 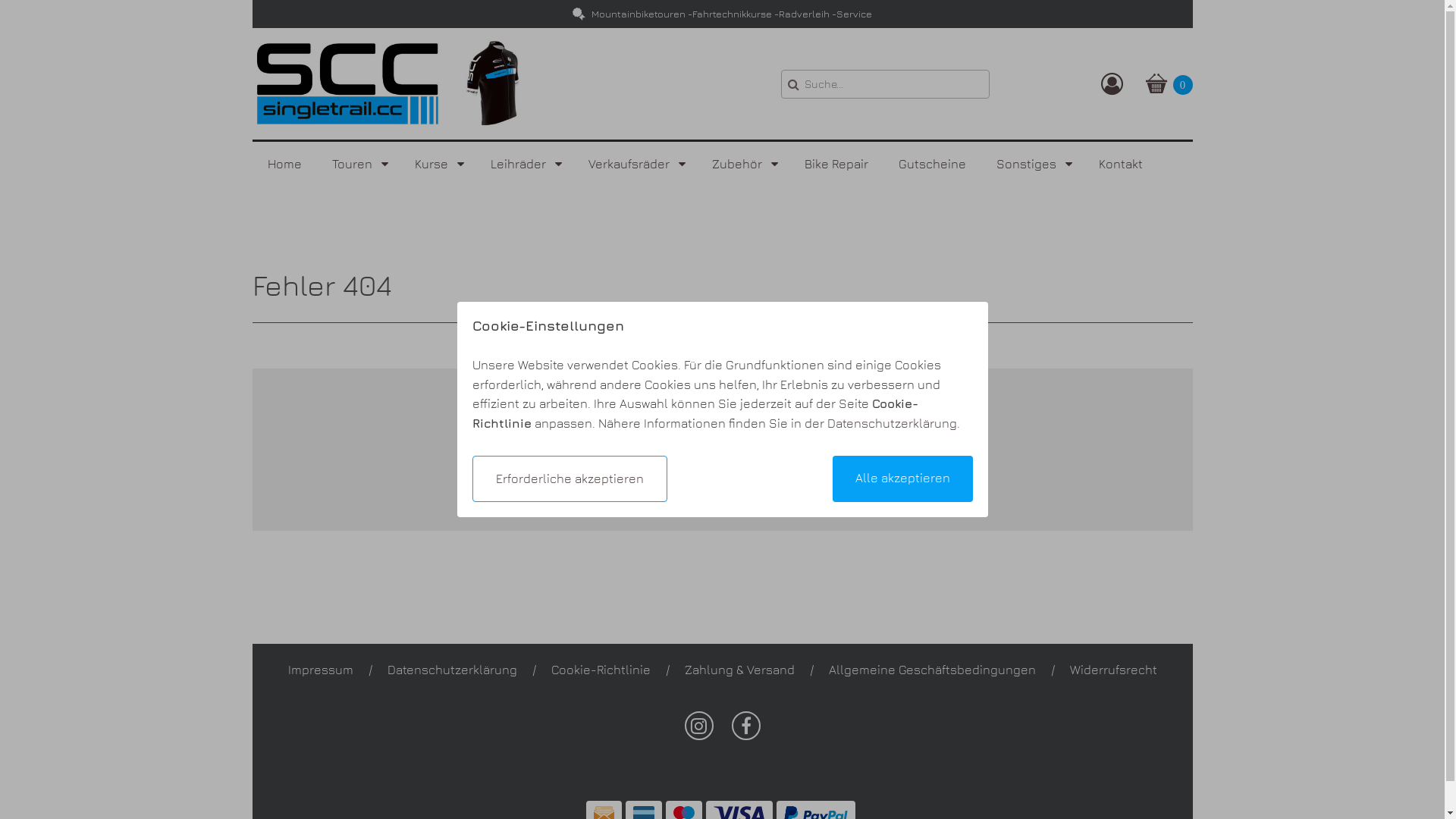 What do you see at coordinates (568, 479) in the screenshot?
I see `'Erforderliche akzeptieren'` at bounding box center [568, 479].